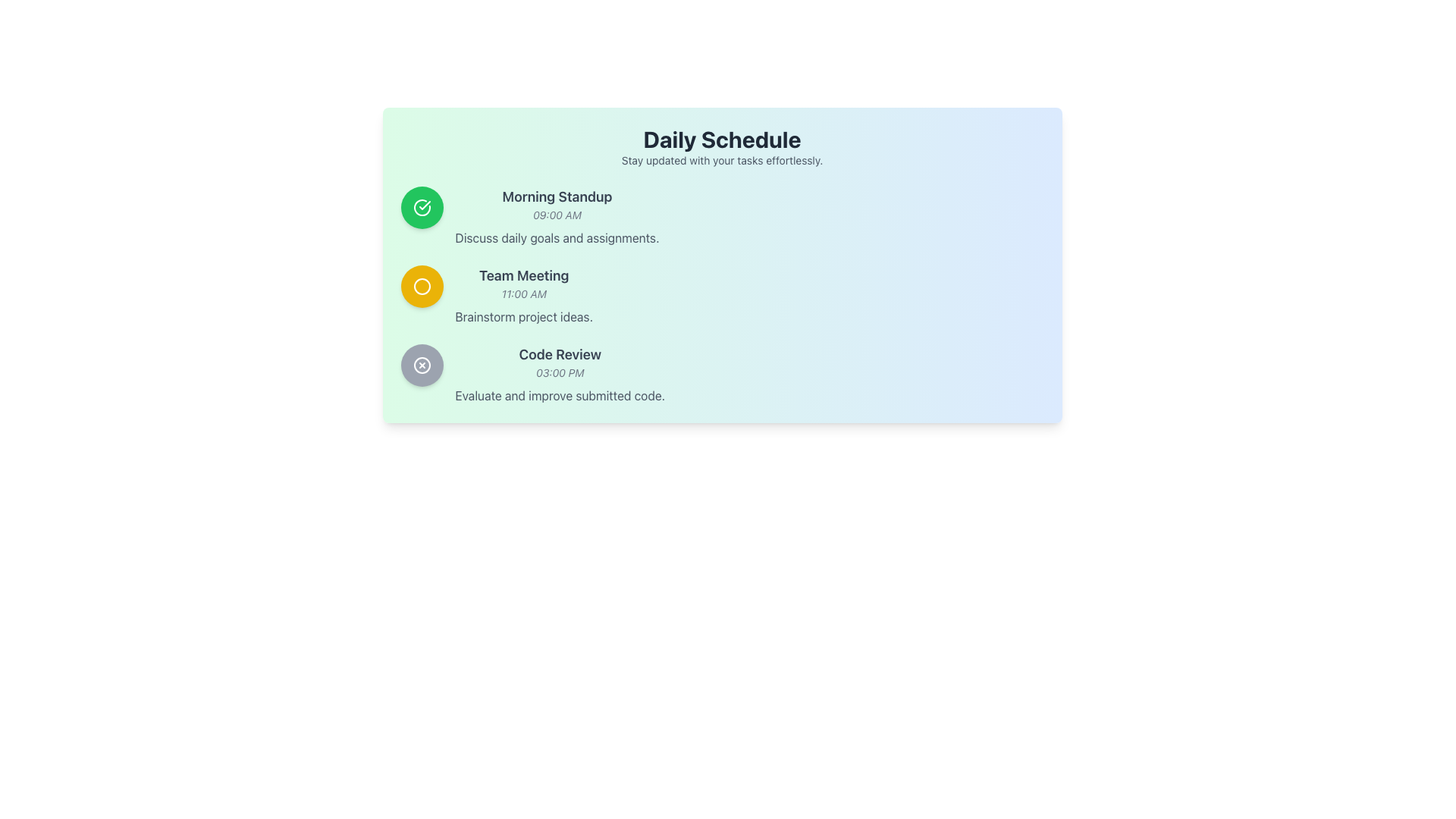  I want to click on the first schedule list item titled 'Morning Standup', which includes the title, timestamp, and description, so click(721, 216).